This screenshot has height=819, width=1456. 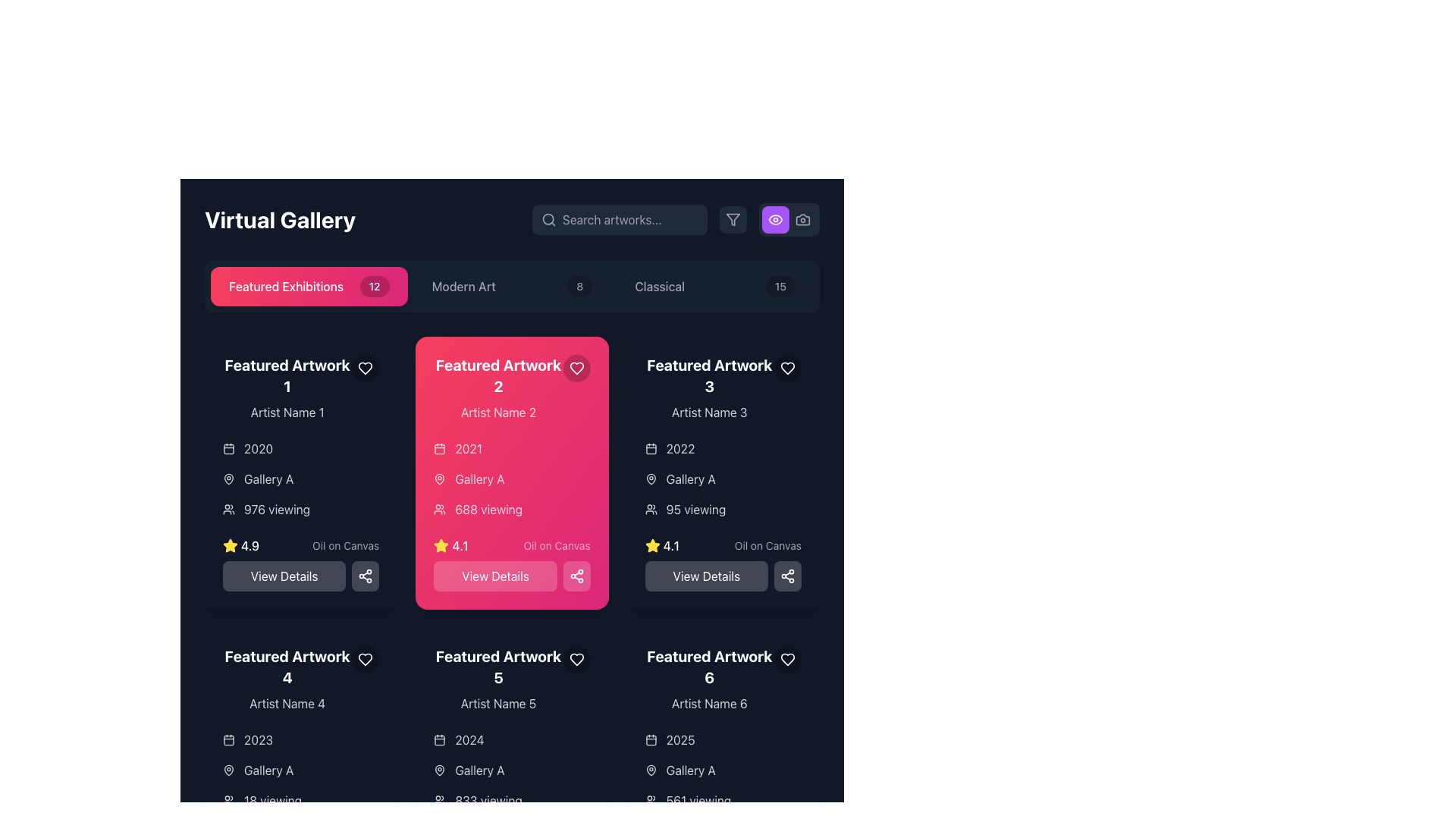 What do you see at coordinates (287, 388) in the screenshot?
I see `the Text block displaying the artwork title and artist's name` at bounding box center [287, 388].